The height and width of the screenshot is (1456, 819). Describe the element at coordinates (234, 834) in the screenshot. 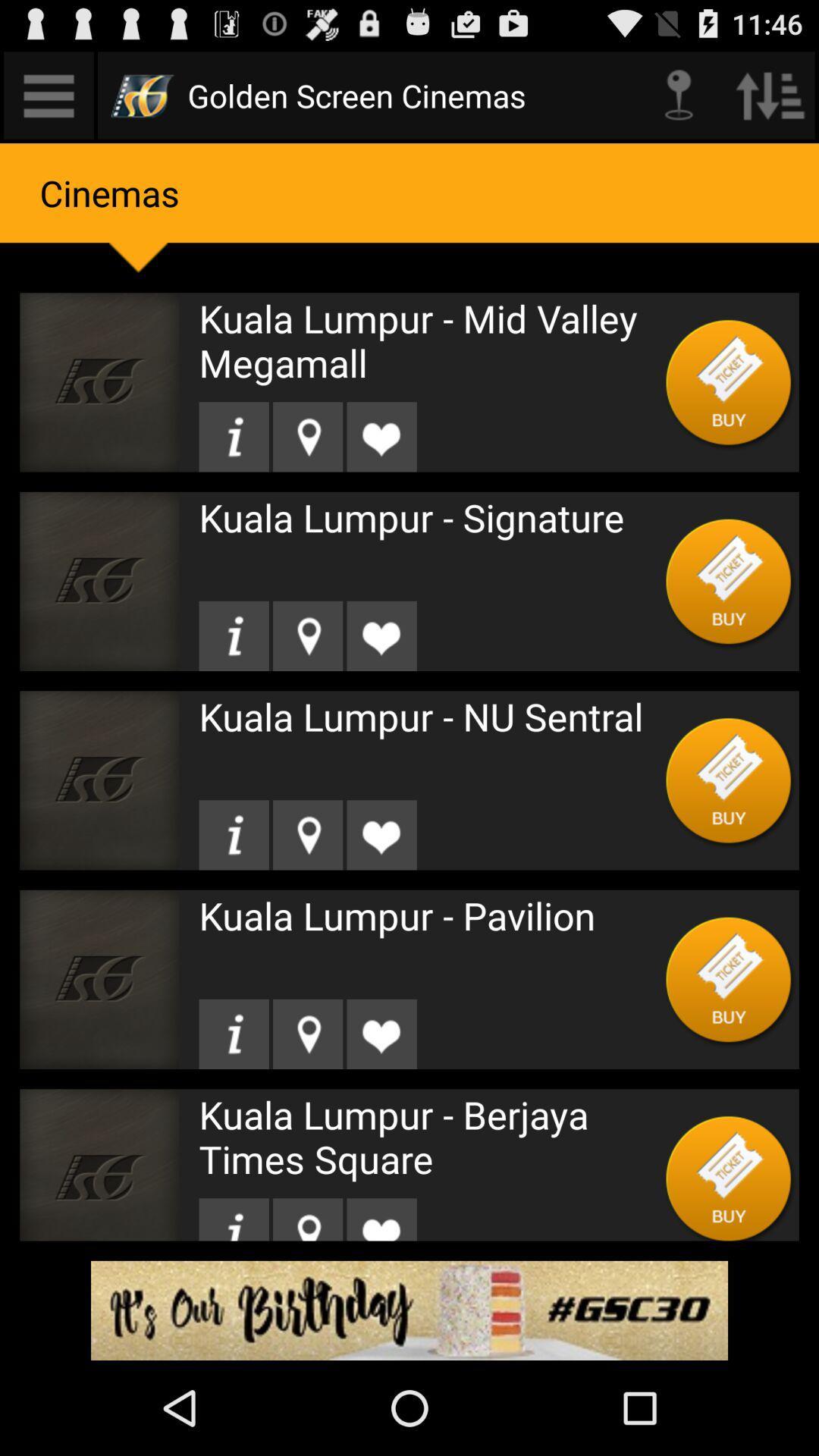

I see `open information` at that location.